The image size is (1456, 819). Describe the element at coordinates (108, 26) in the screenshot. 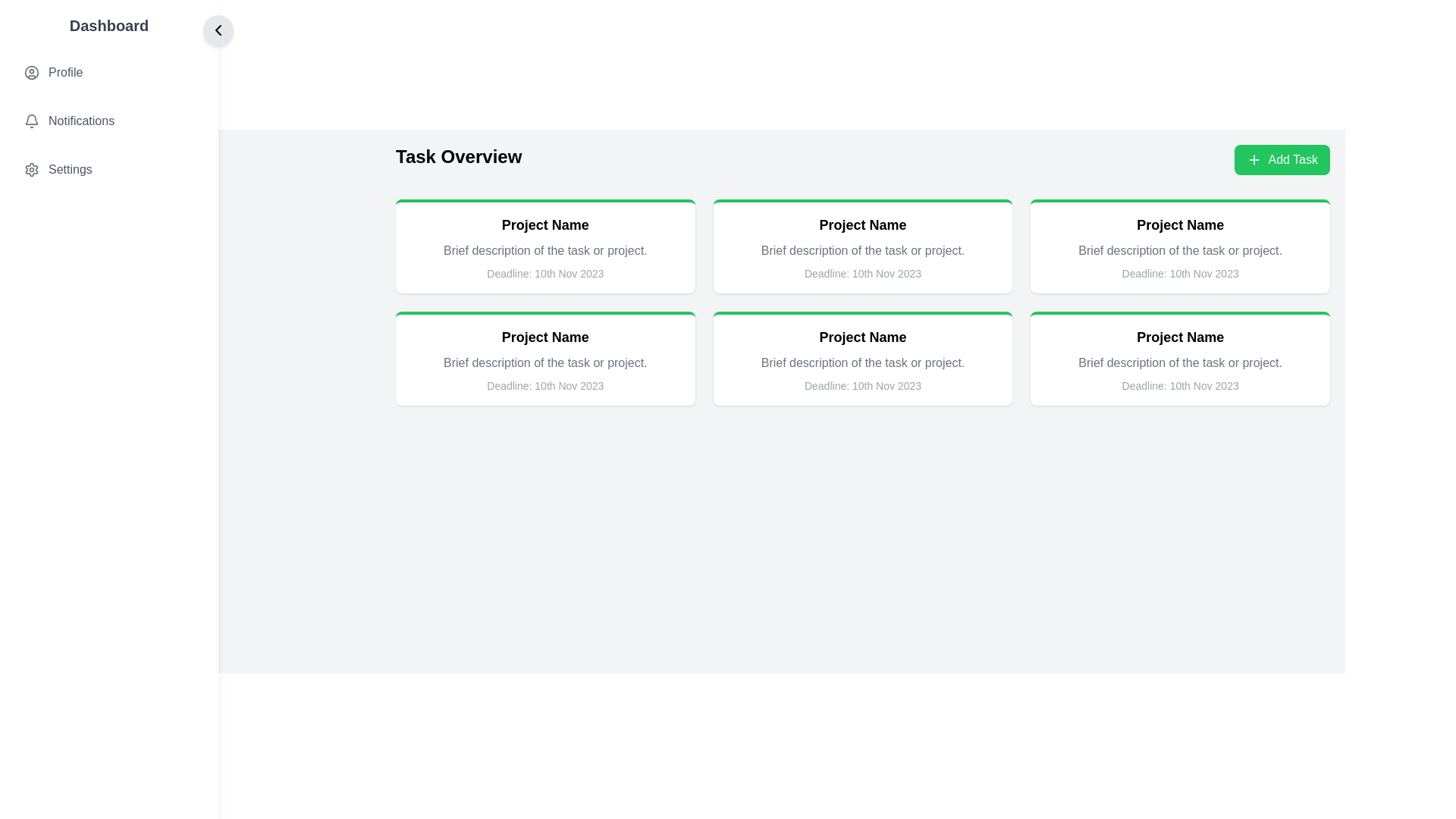

I see `text label indicating the current page context as 'Dashboard' located at the top left corner of the sidebar above the 'Profile' menu item` at that location.